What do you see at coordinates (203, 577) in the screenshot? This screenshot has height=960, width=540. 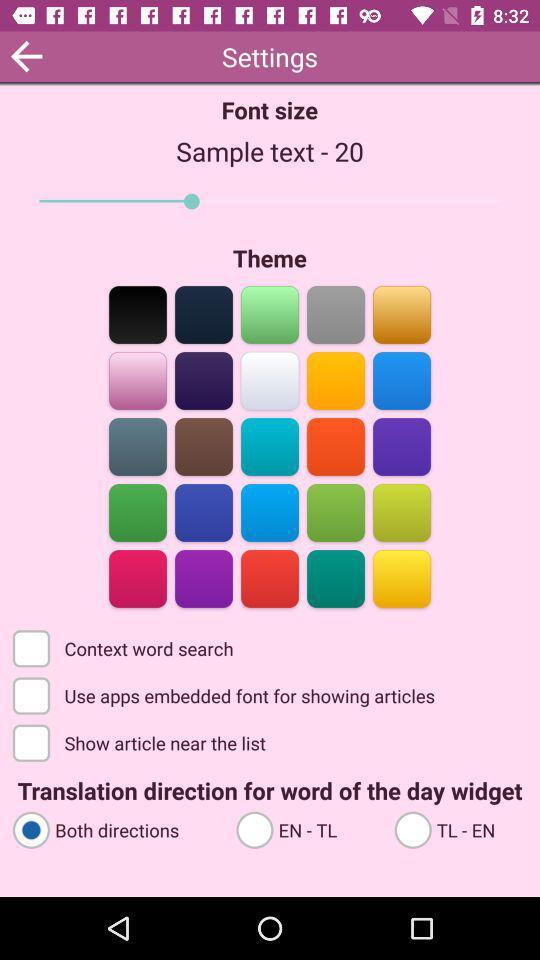 I see `the color purple for the font` at bounding box center [203, 577].